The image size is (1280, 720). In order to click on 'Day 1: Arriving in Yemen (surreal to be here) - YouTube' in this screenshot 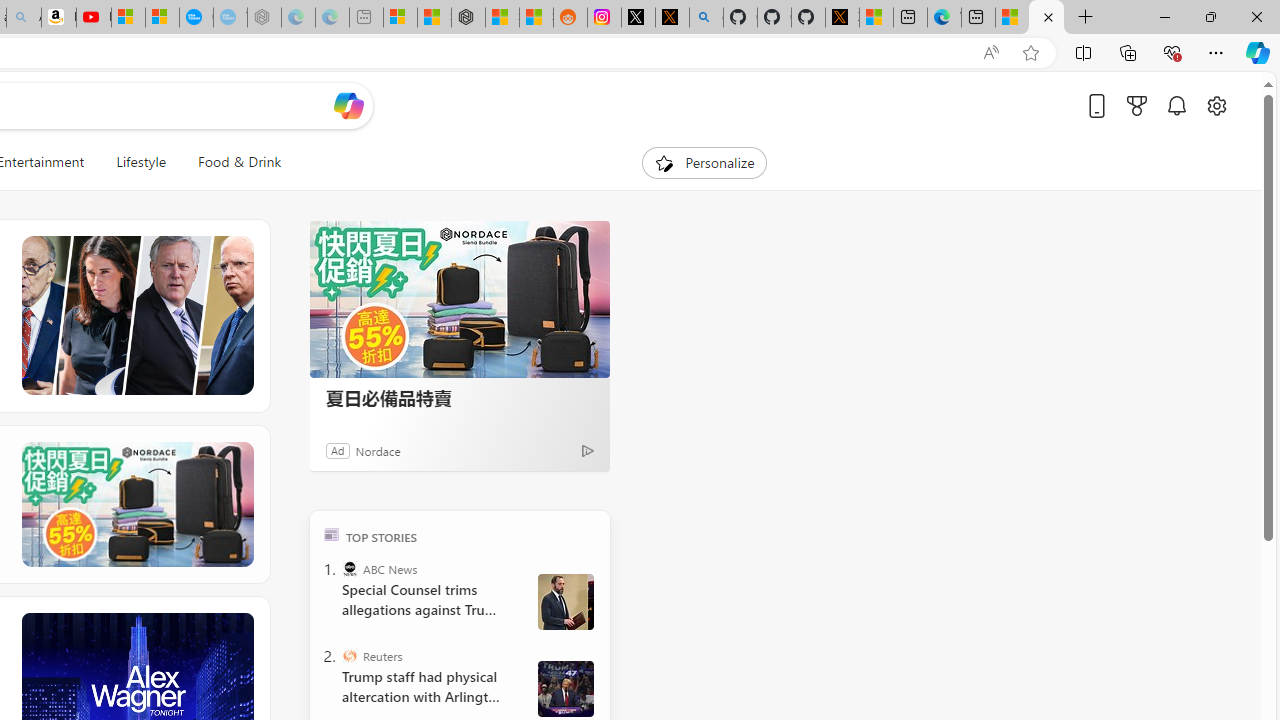, I will do `click(93, 17)`.